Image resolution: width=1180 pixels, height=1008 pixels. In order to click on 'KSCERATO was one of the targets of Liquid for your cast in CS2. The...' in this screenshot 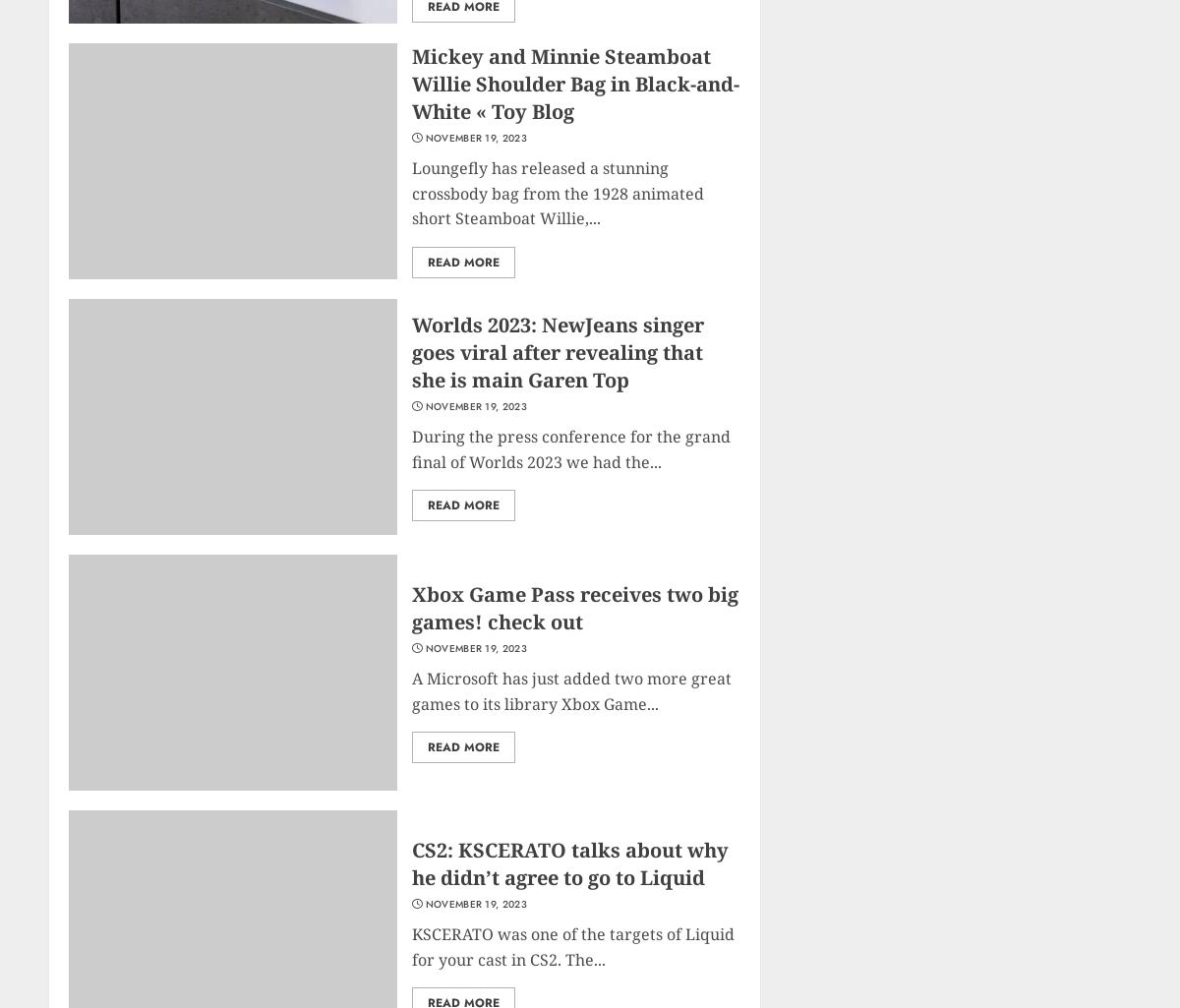, I will do `click(571, 946)`.